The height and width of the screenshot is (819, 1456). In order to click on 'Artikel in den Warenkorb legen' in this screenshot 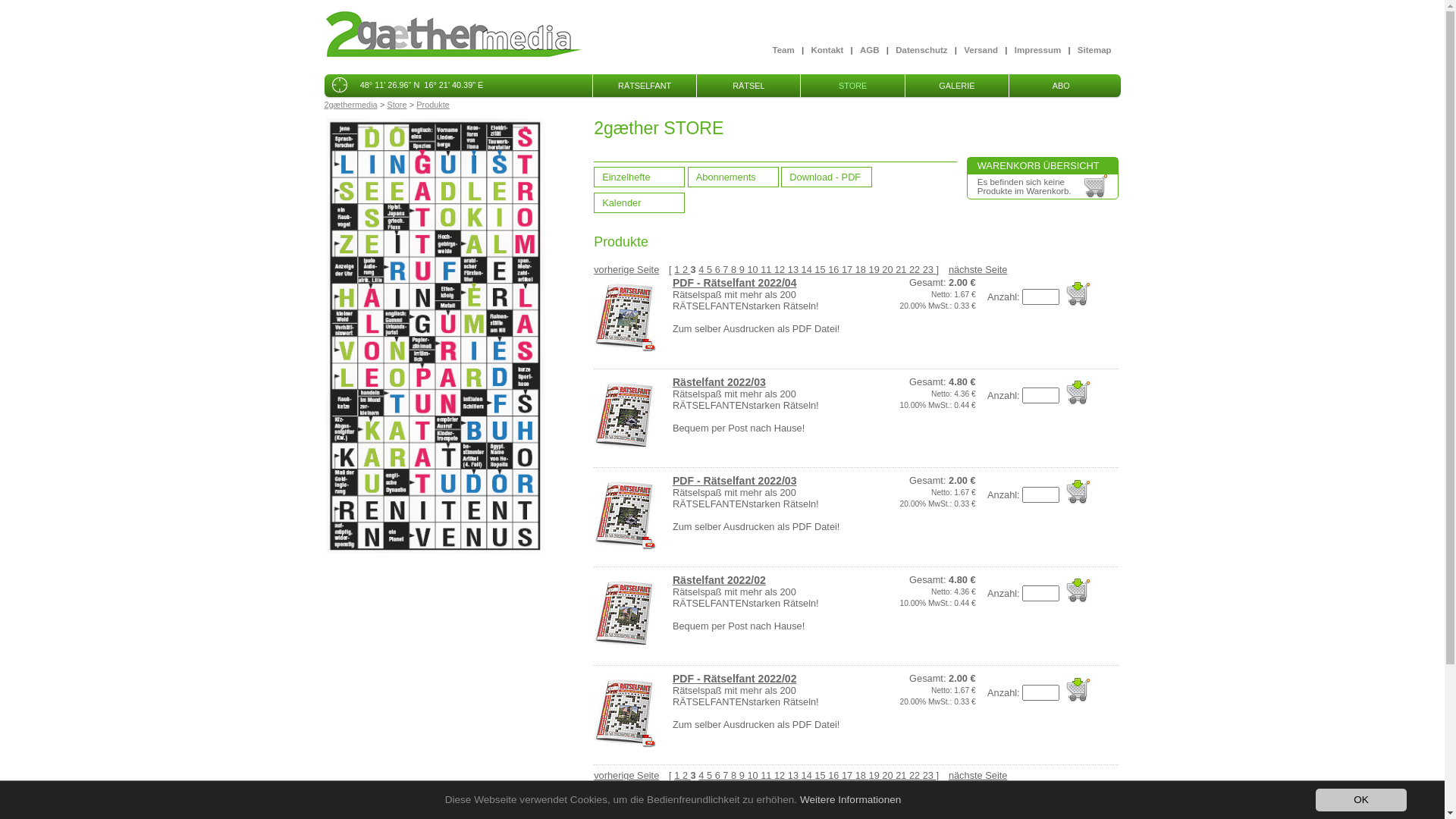, I will do `click(1077, 391)`.